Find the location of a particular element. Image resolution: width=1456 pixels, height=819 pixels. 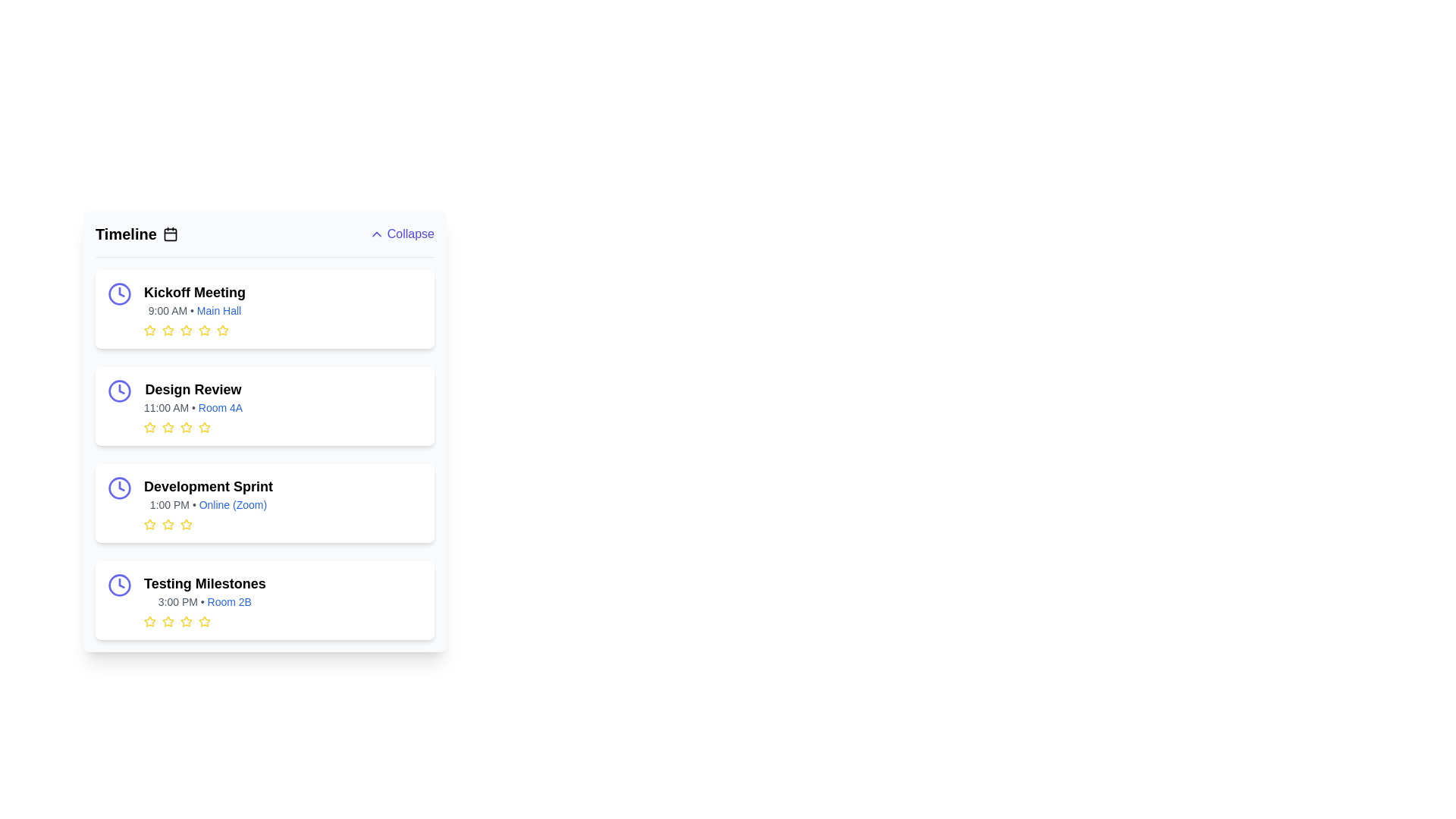

location information from the 'Main Hall' label, which is part of the 'Kickoff Meeting' section in the timeline view is located at coordinates (218, 309).